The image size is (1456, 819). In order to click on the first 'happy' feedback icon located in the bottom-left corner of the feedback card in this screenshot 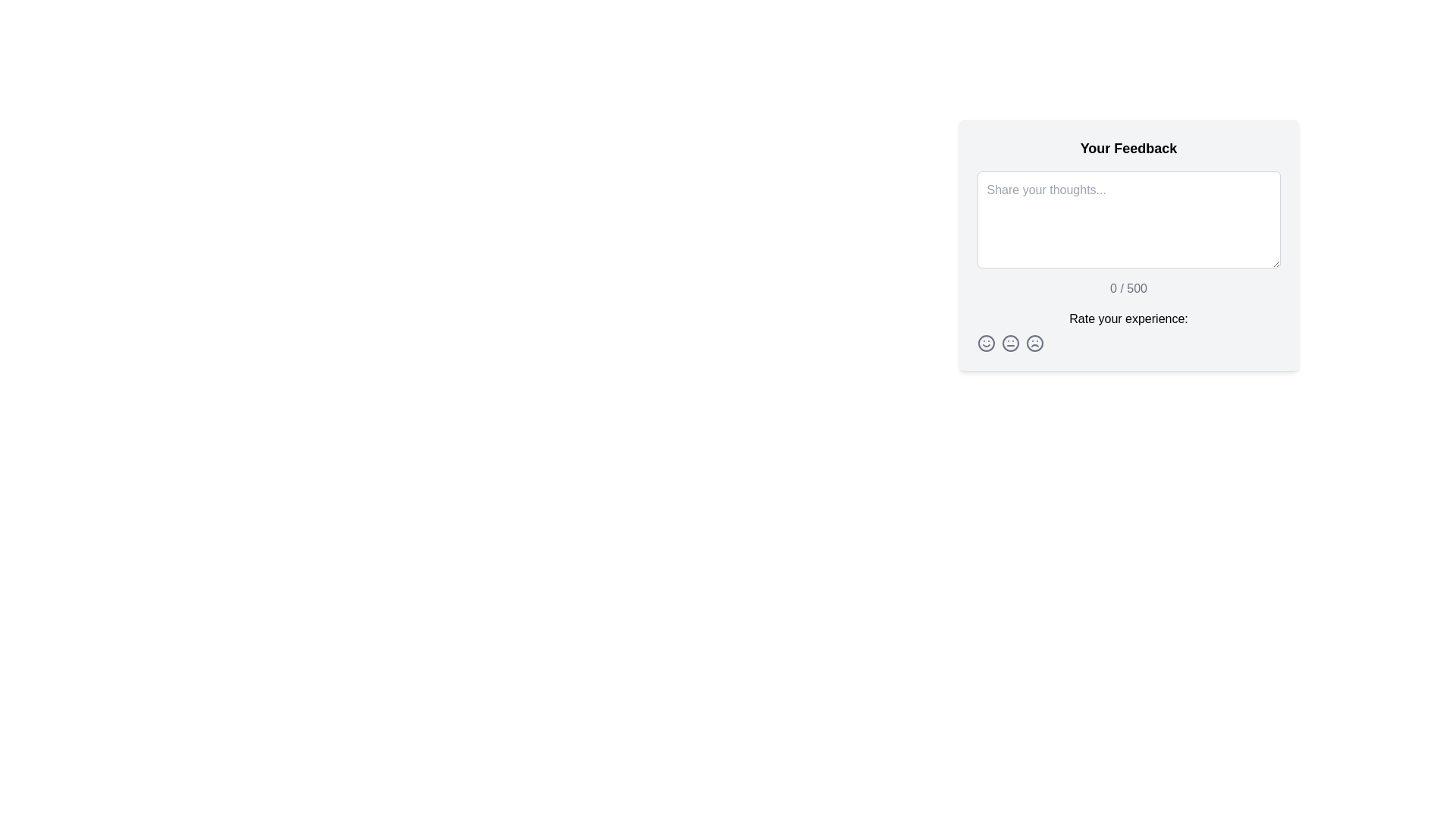, I will do `click(986, 343)`.